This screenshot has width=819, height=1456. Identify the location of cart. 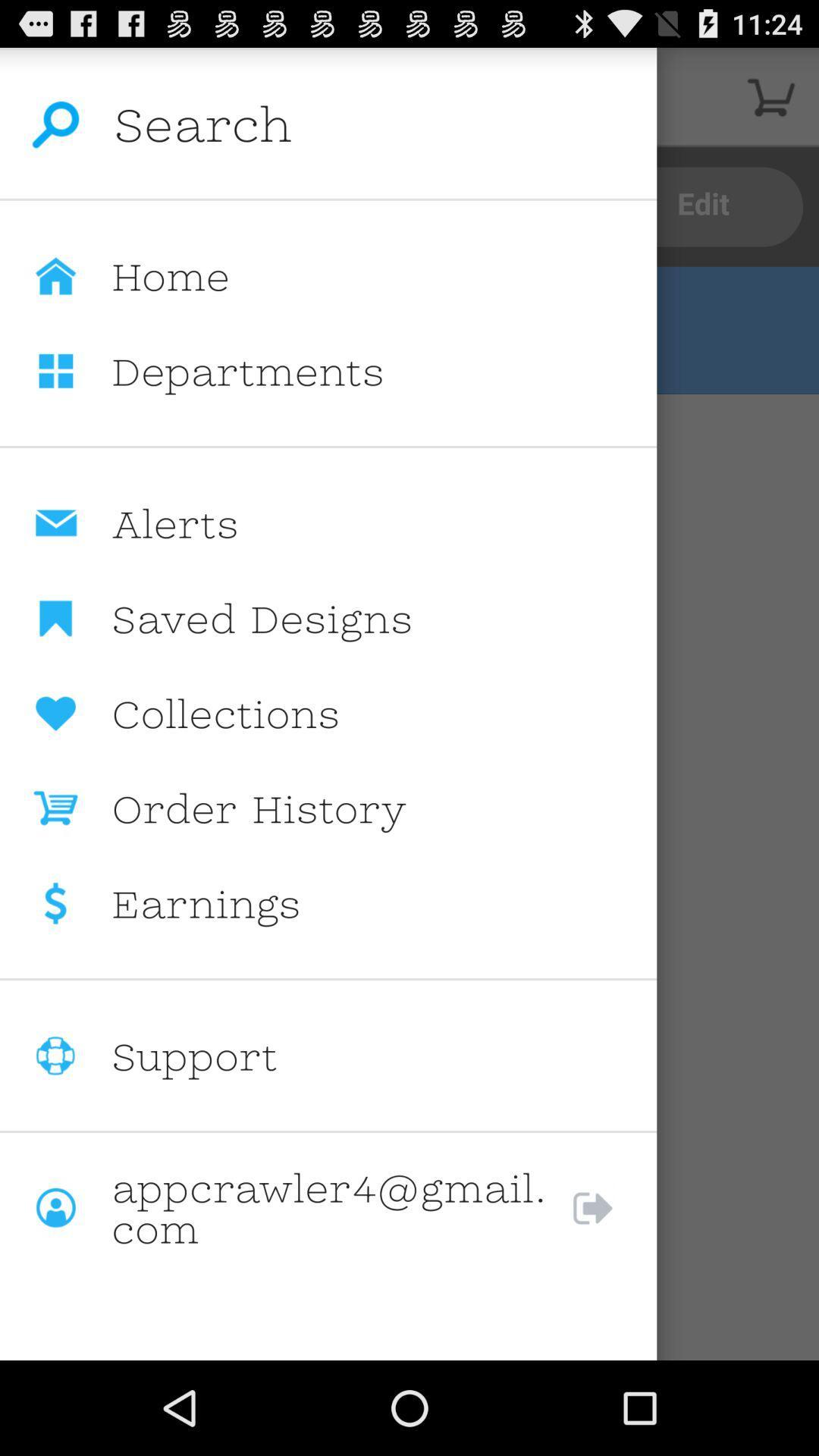
(771, 96).